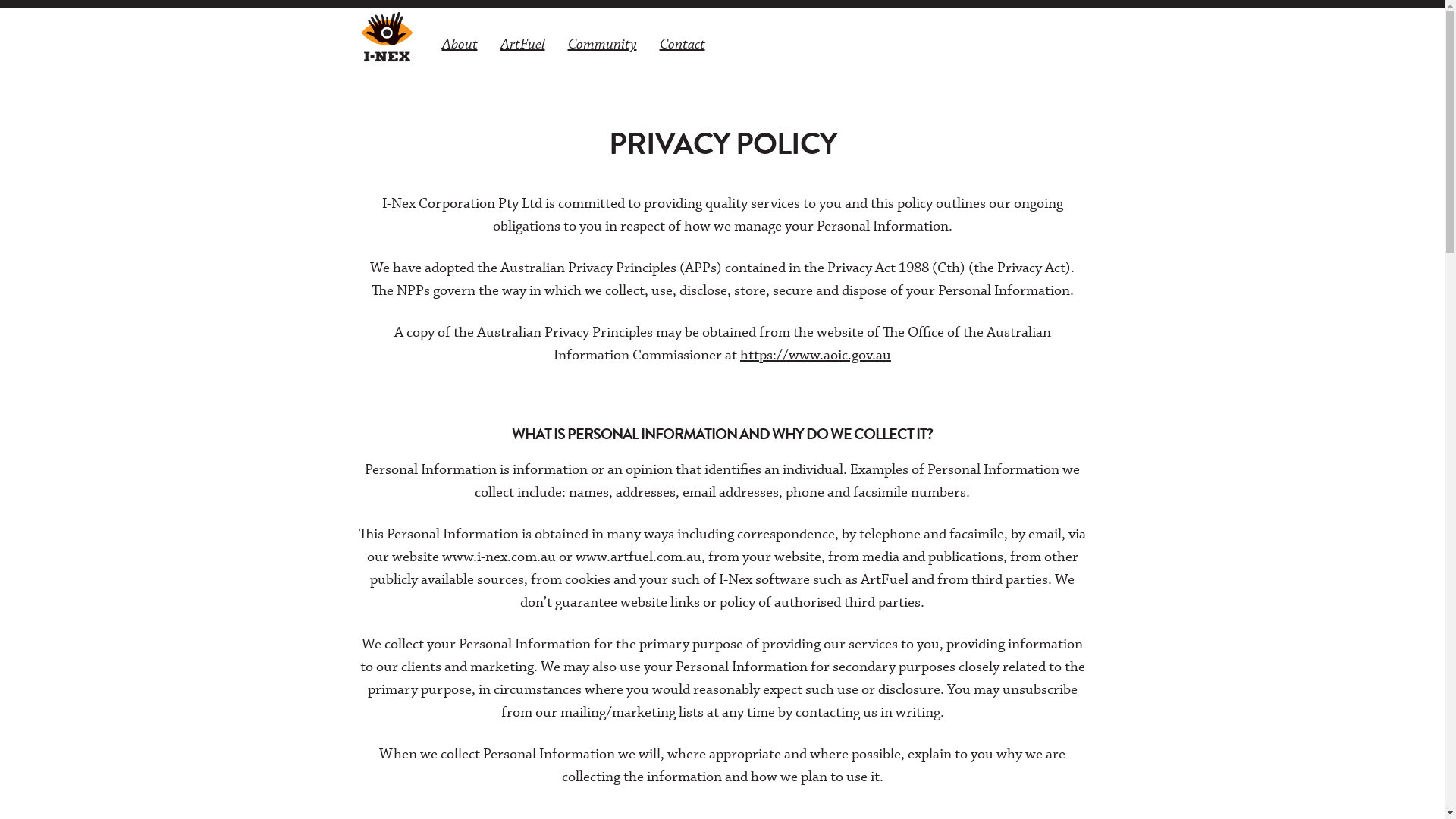 This screenshot has height=819, width=1456. I want to click on 'ArtFuel', so click(522, 42).